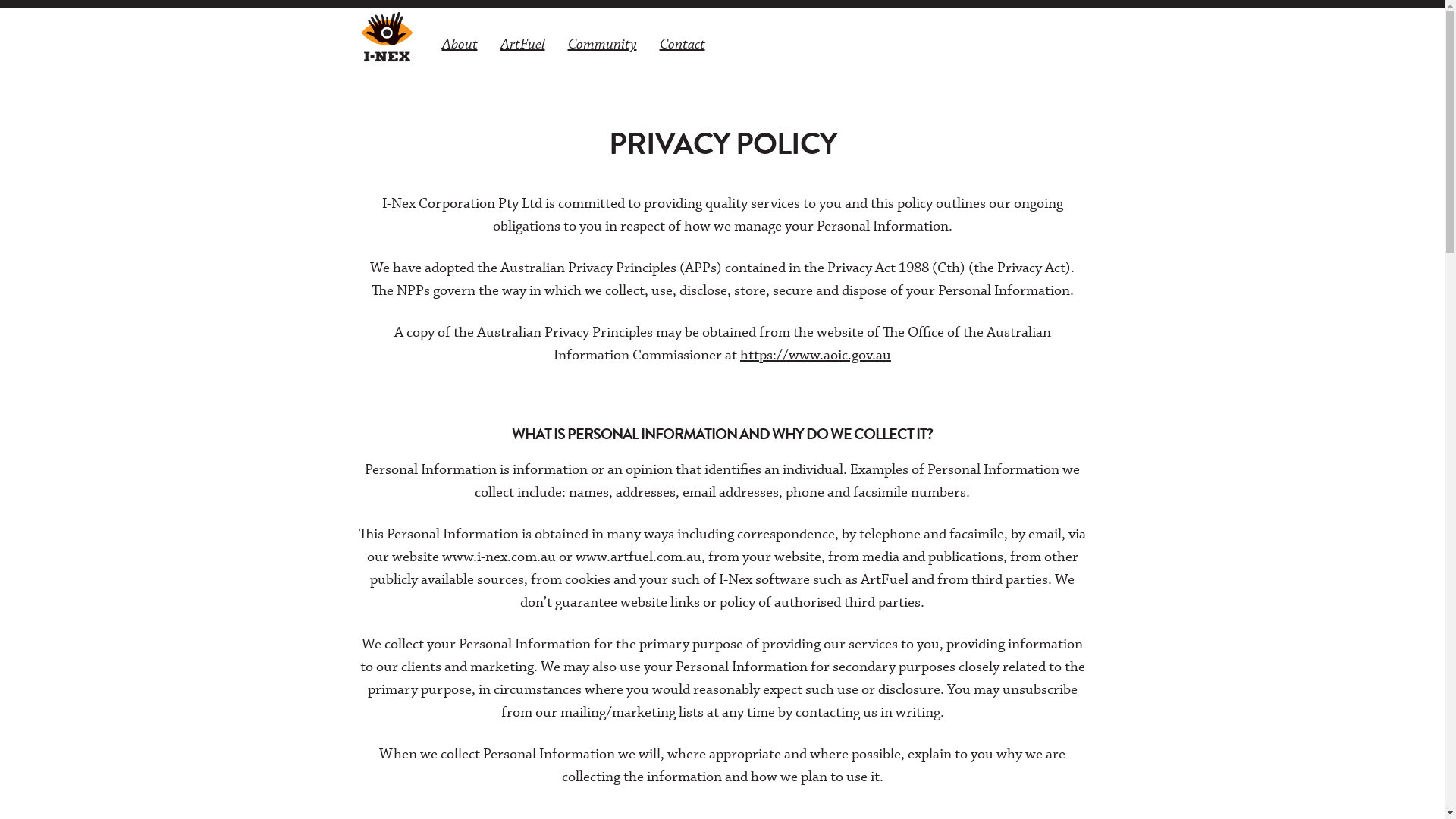 This screenshot has height=819, width=1456. I want to click on 'ArtFuel', so click(522, 42).